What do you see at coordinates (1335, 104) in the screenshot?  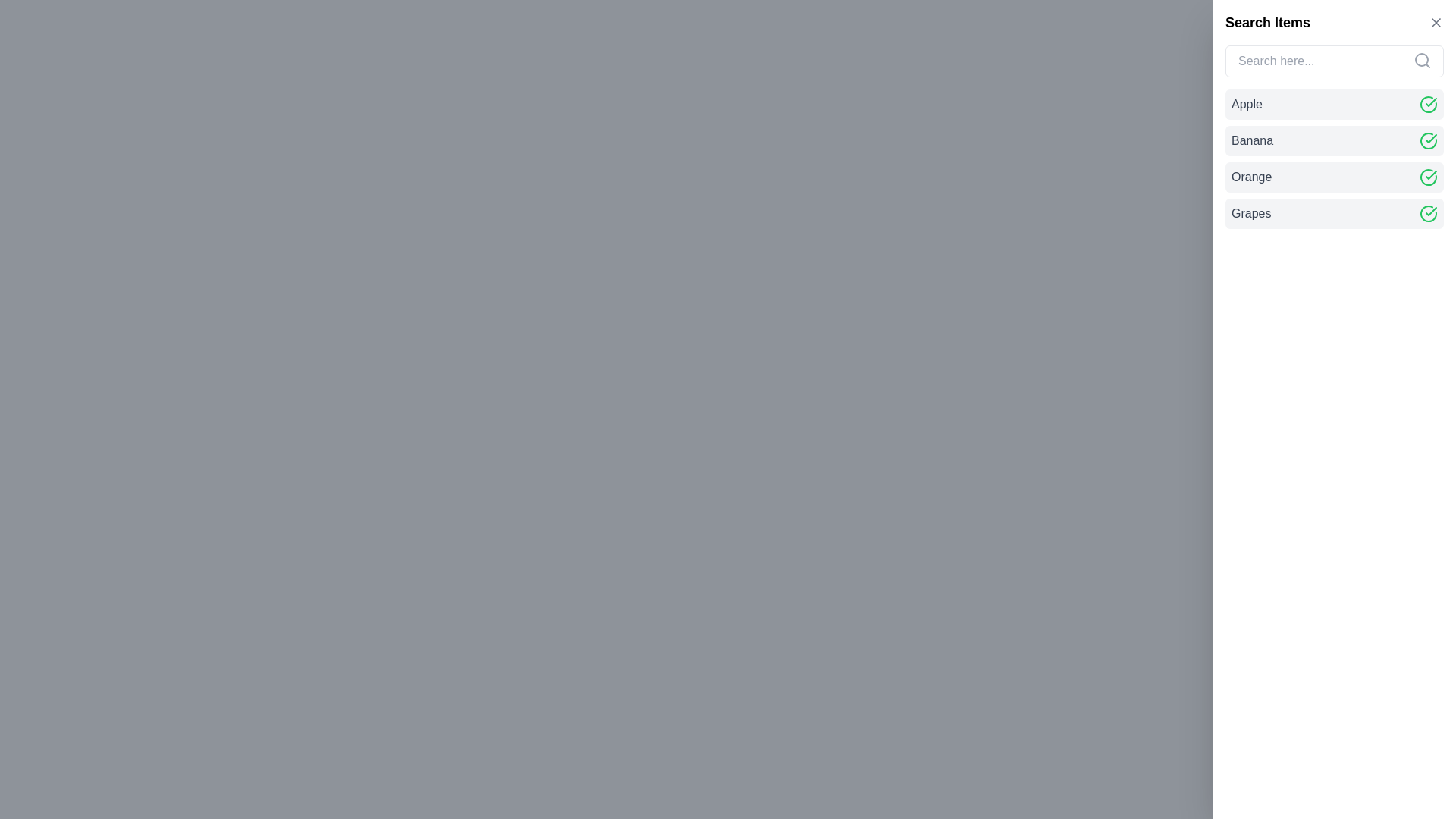 I see `the first item in the sidebar list labeled 'Apple', which is positioned at the top of the vertical list containing 'Apple', 'Banana', 'Orange', and 'Grapes'` at bounding box center [1335, 104].